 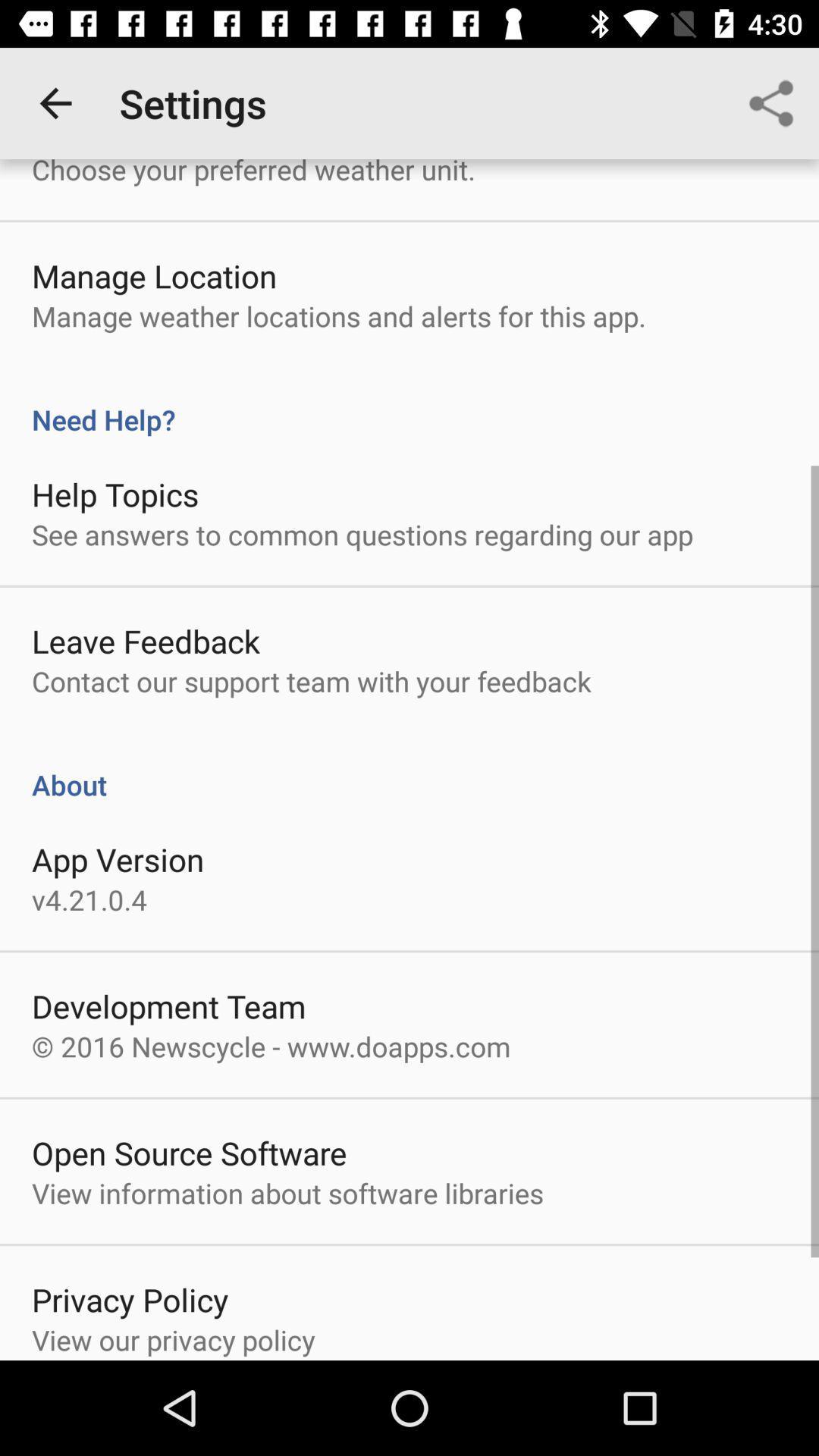 I want to click on the app version item, so click(x=117, y=859).